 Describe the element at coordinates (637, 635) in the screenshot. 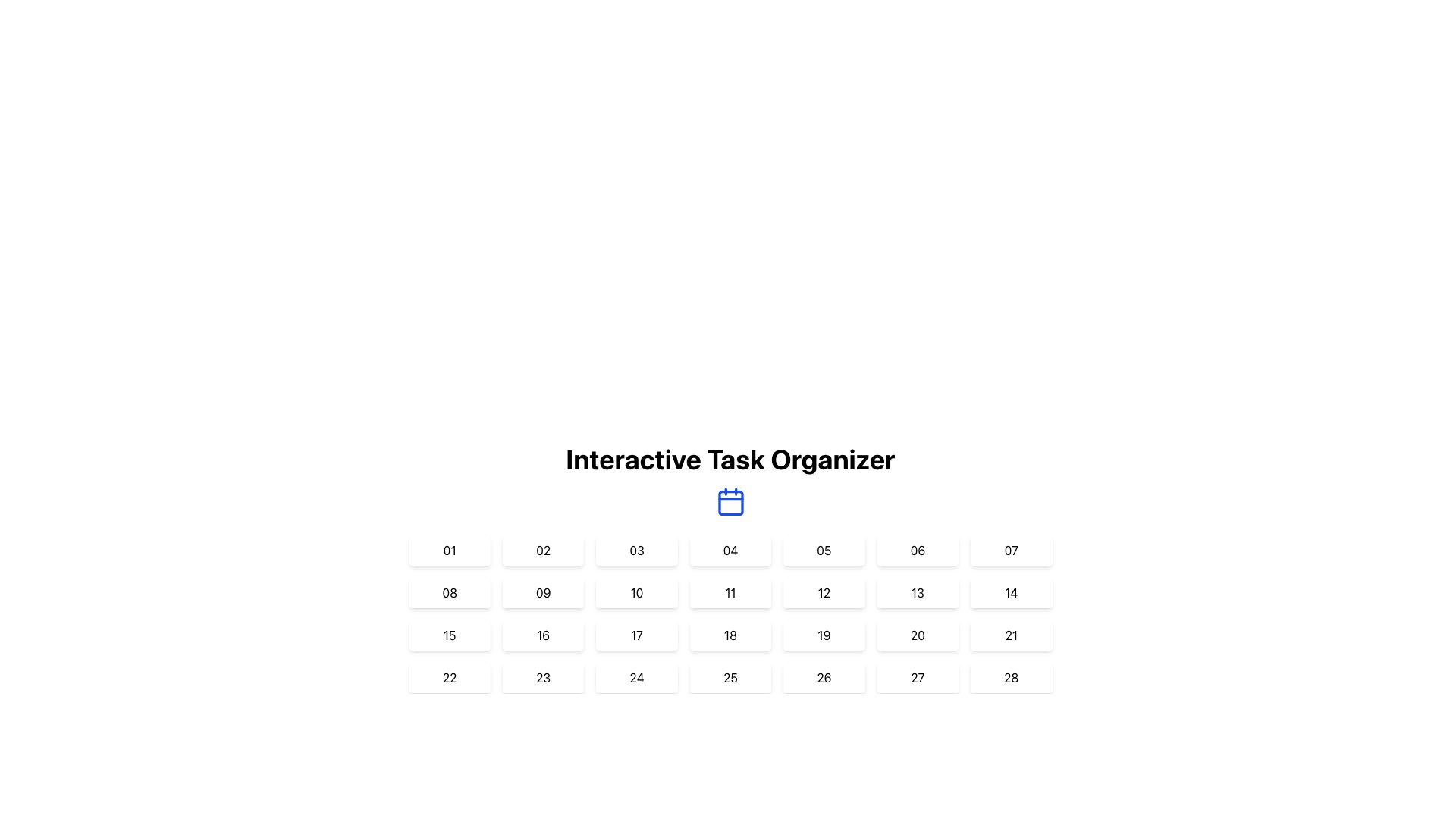

I see `the rounded rectangular button displaying the number '17'` at that location.